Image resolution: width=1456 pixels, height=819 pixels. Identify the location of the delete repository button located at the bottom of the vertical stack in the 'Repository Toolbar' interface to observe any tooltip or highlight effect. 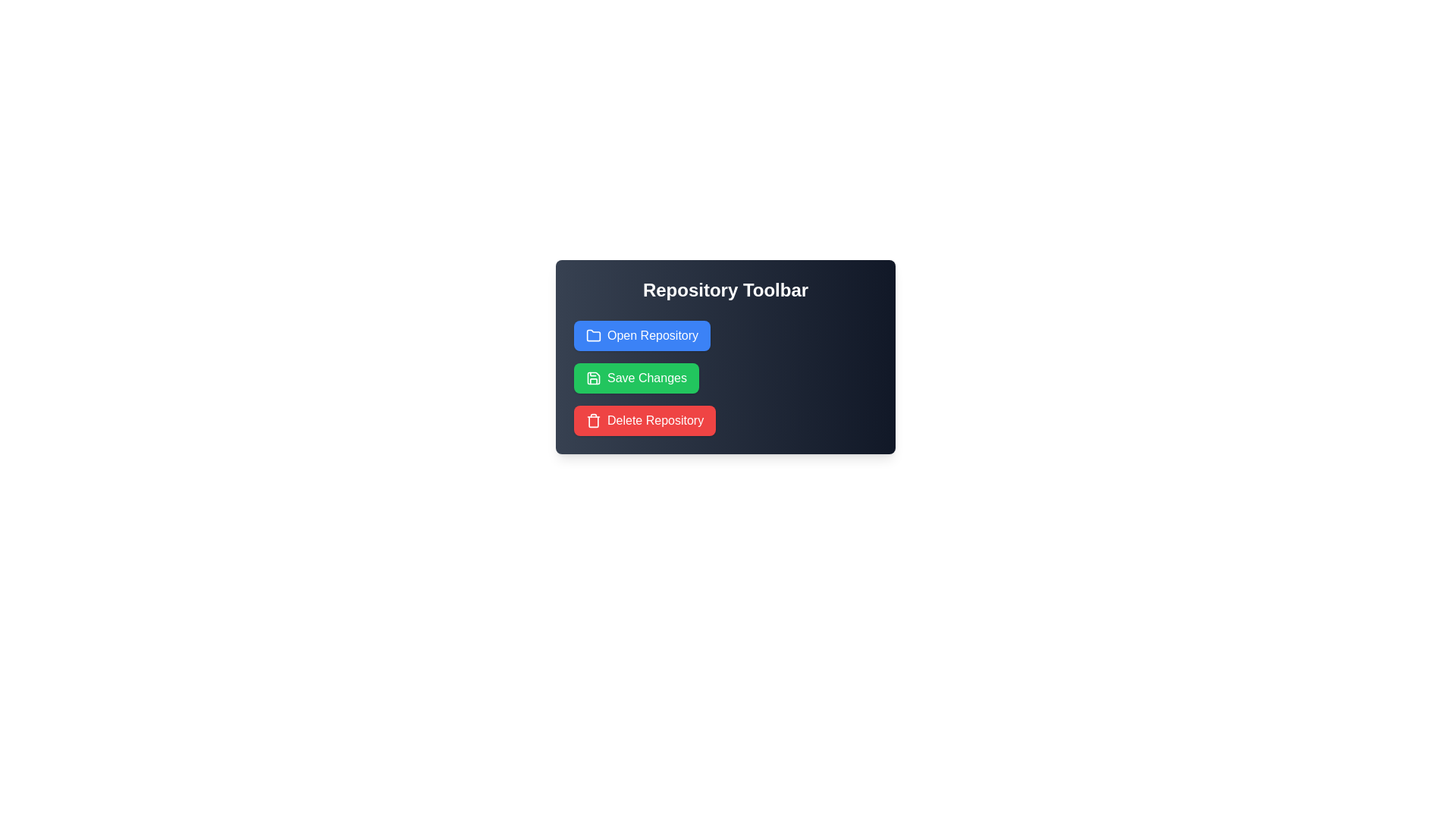
(655, 421).